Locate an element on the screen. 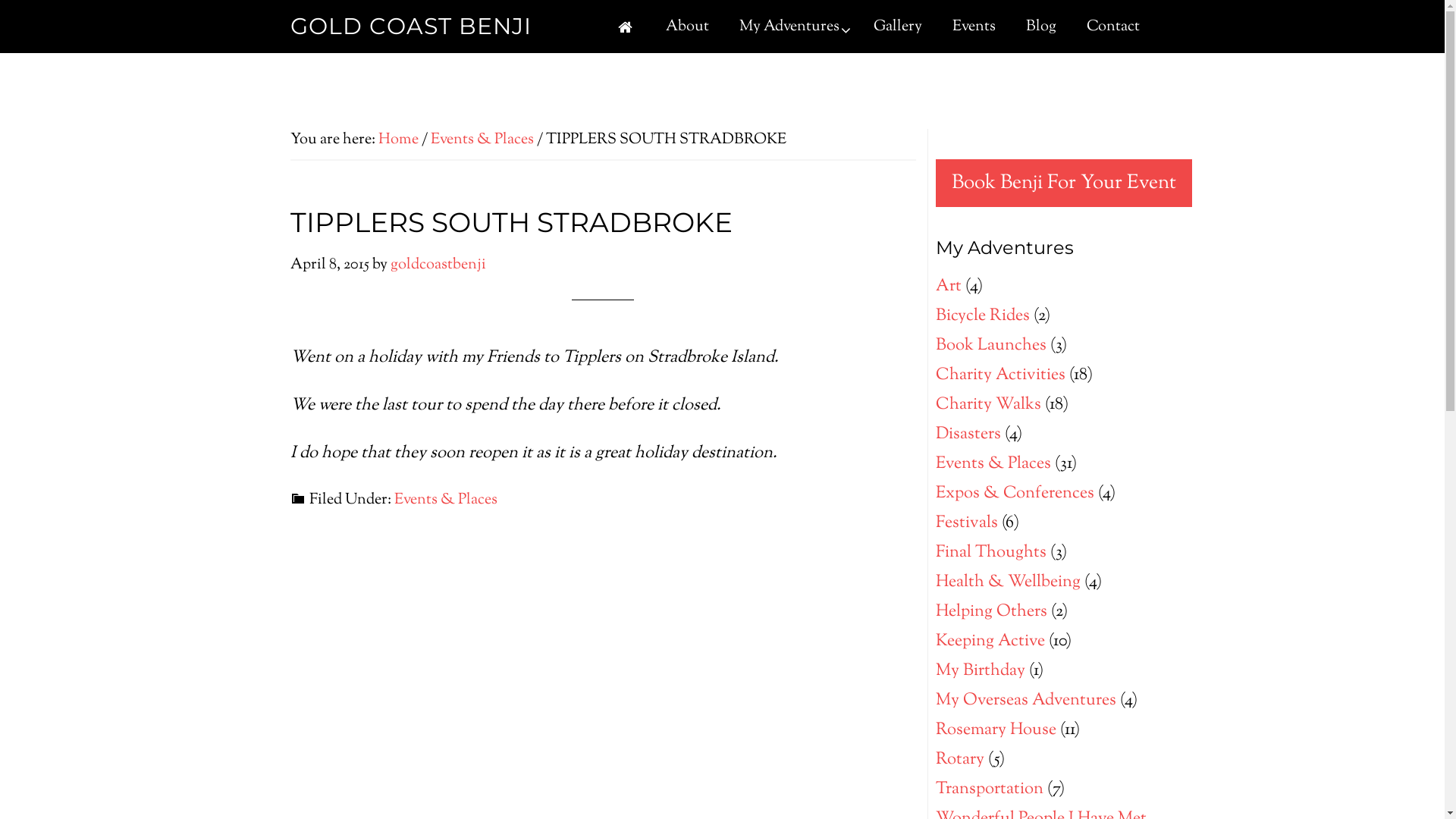 The image size is (1456, 819). 'GOLD COAST BENJI' is located at coordinates (410, 26).